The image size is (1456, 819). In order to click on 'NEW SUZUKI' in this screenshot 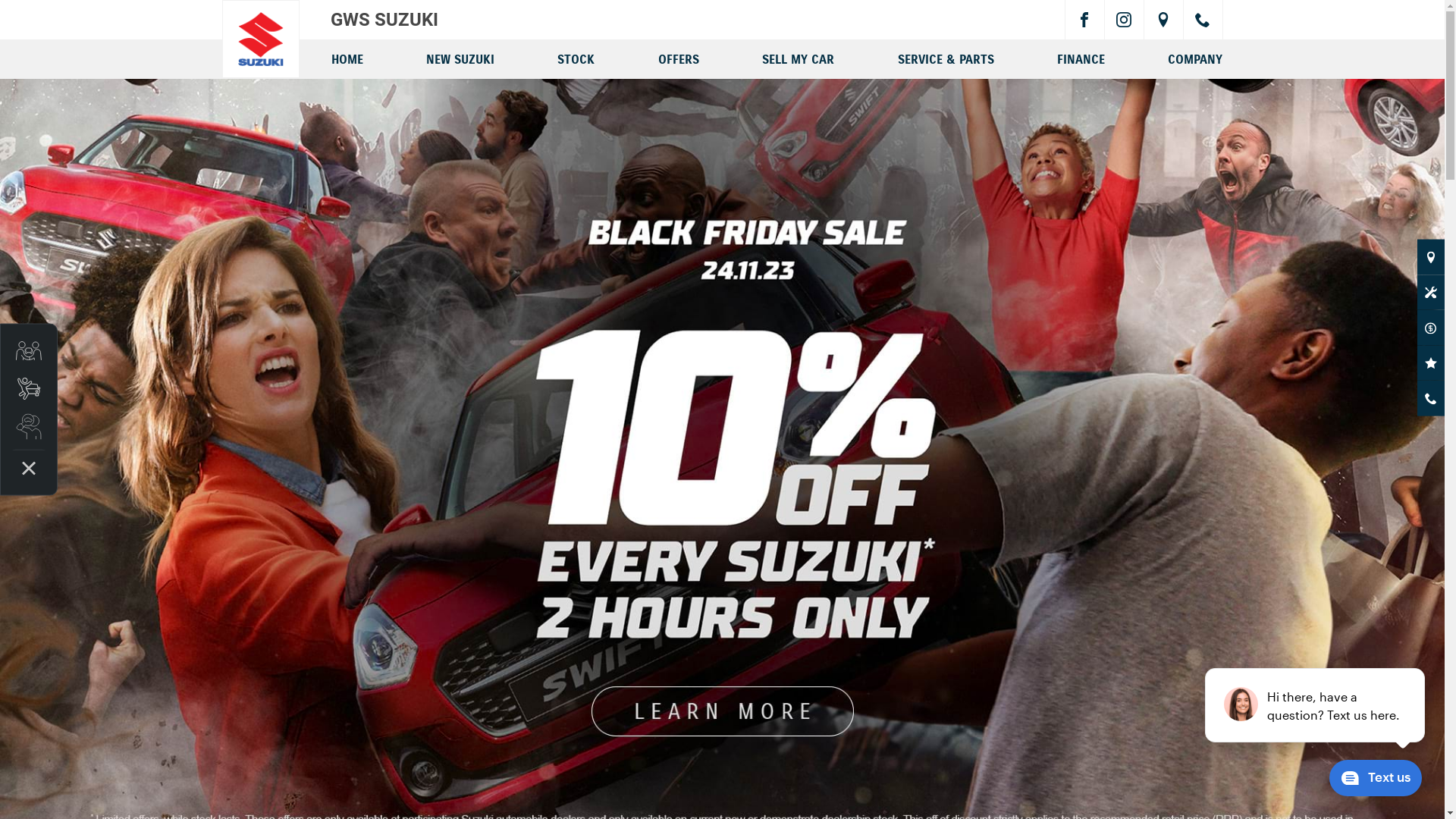, I will do `click(459, 58)`.